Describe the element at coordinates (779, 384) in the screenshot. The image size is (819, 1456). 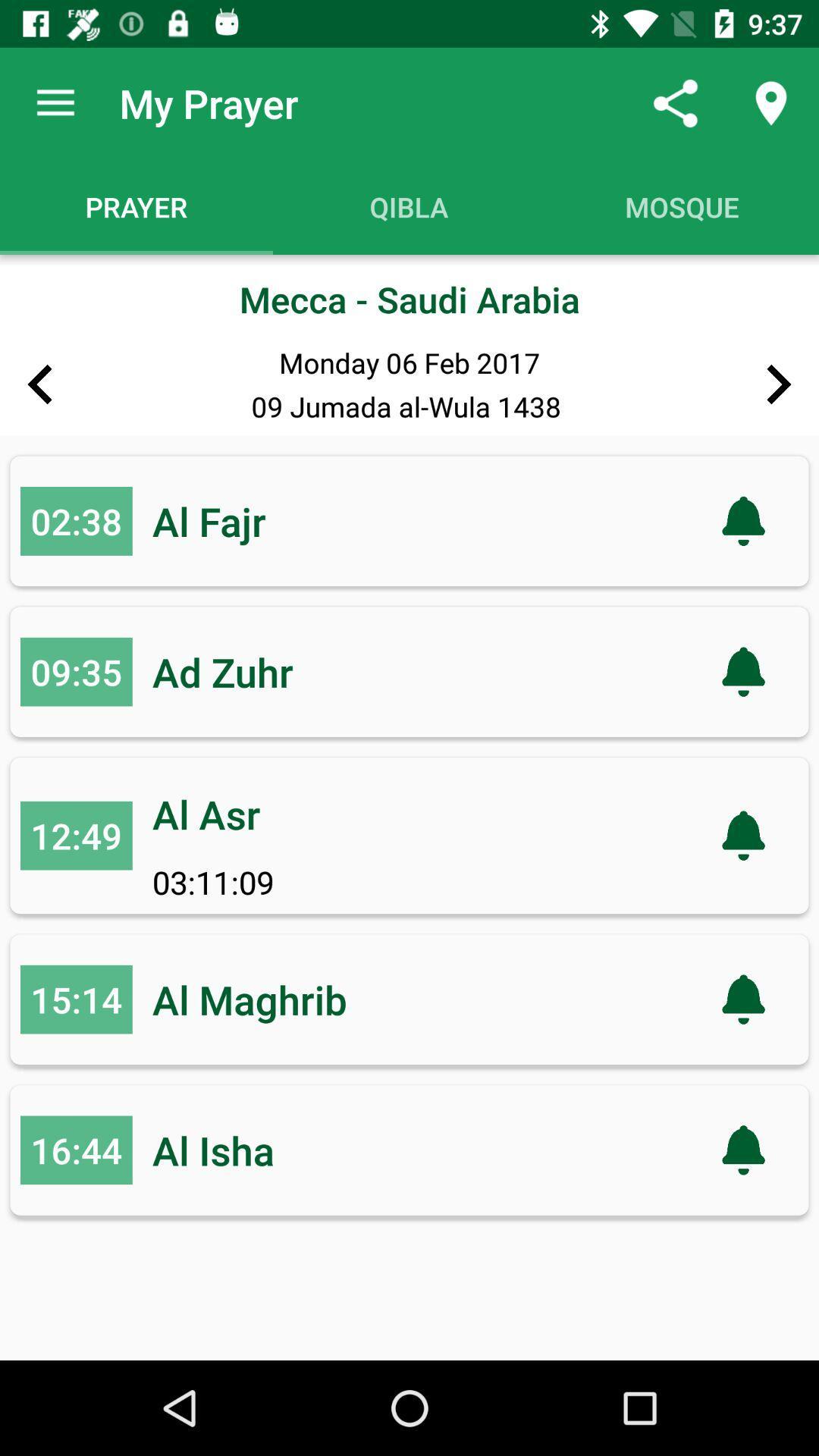
I see `the right arrow above the bell symbol` at that location.